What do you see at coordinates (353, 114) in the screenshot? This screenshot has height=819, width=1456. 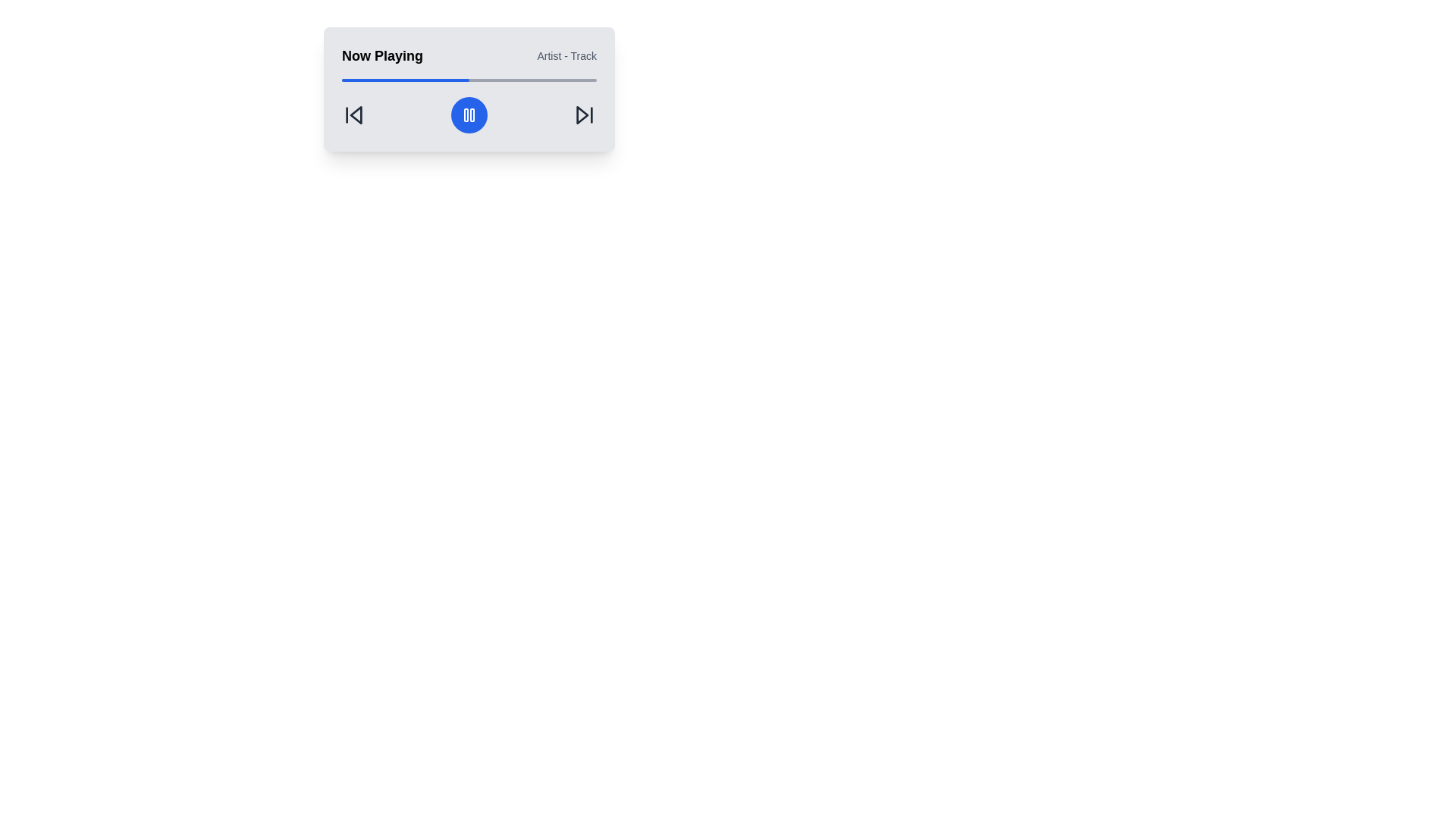 I see `the 'skip backward' button located in the media control section at the bottom center of the layout` at bounding box center [353, 114].